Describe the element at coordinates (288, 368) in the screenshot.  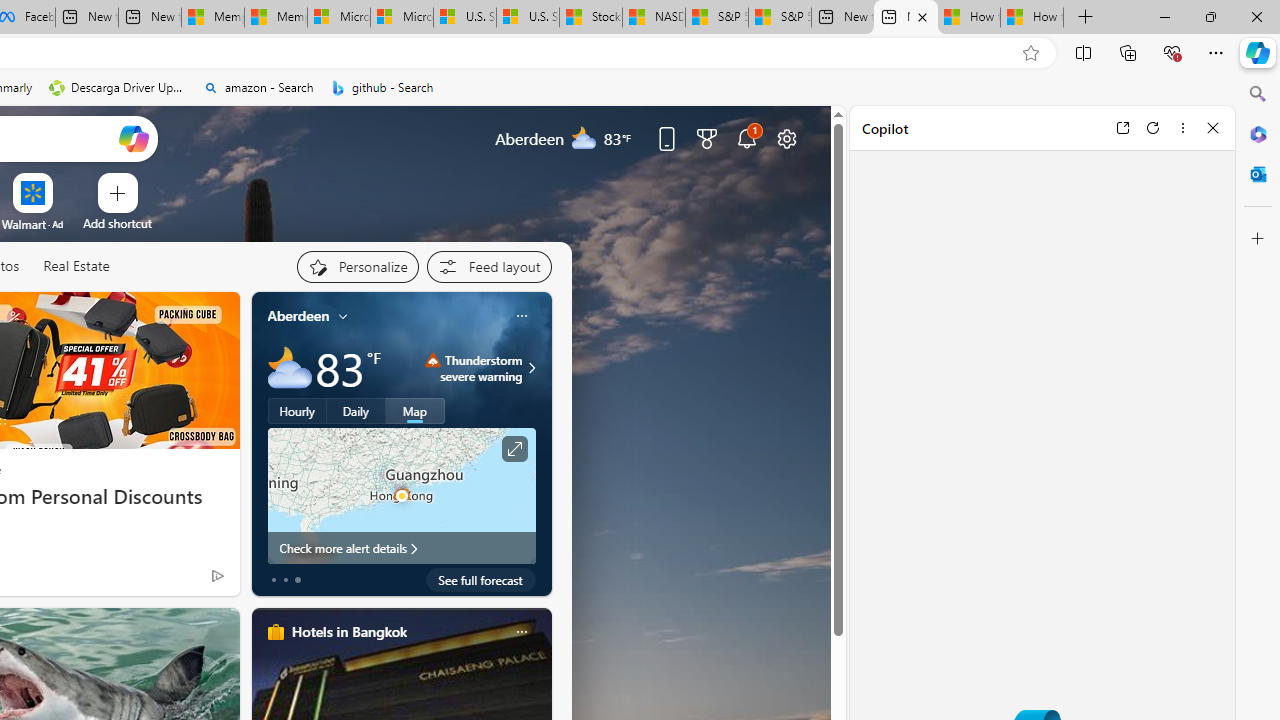
I see `'Mostly cloudy'` at that location.